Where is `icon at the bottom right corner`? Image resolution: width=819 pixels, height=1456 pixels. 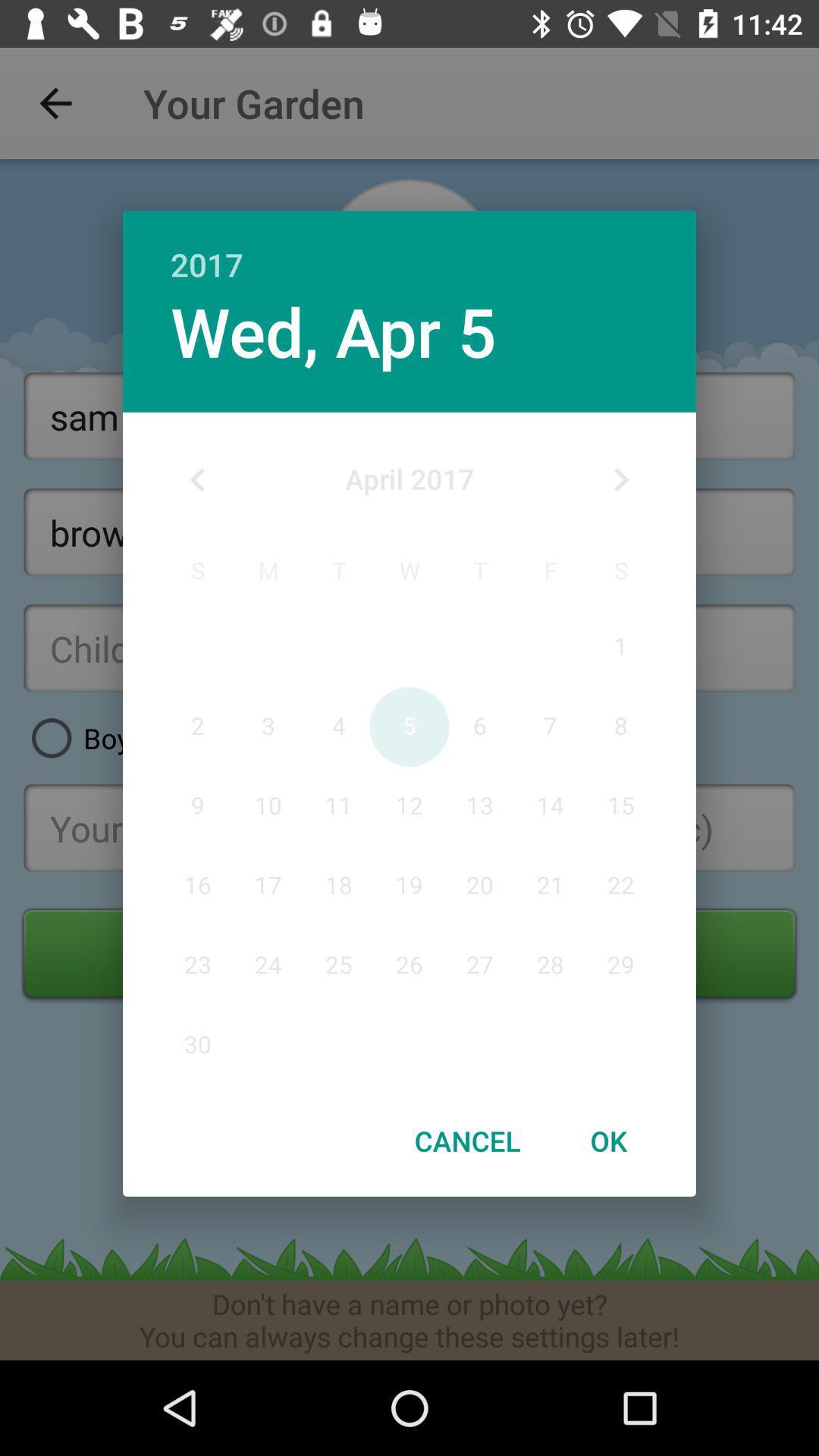 icon at the bottom right corner is located at coordinates (607, 1141).